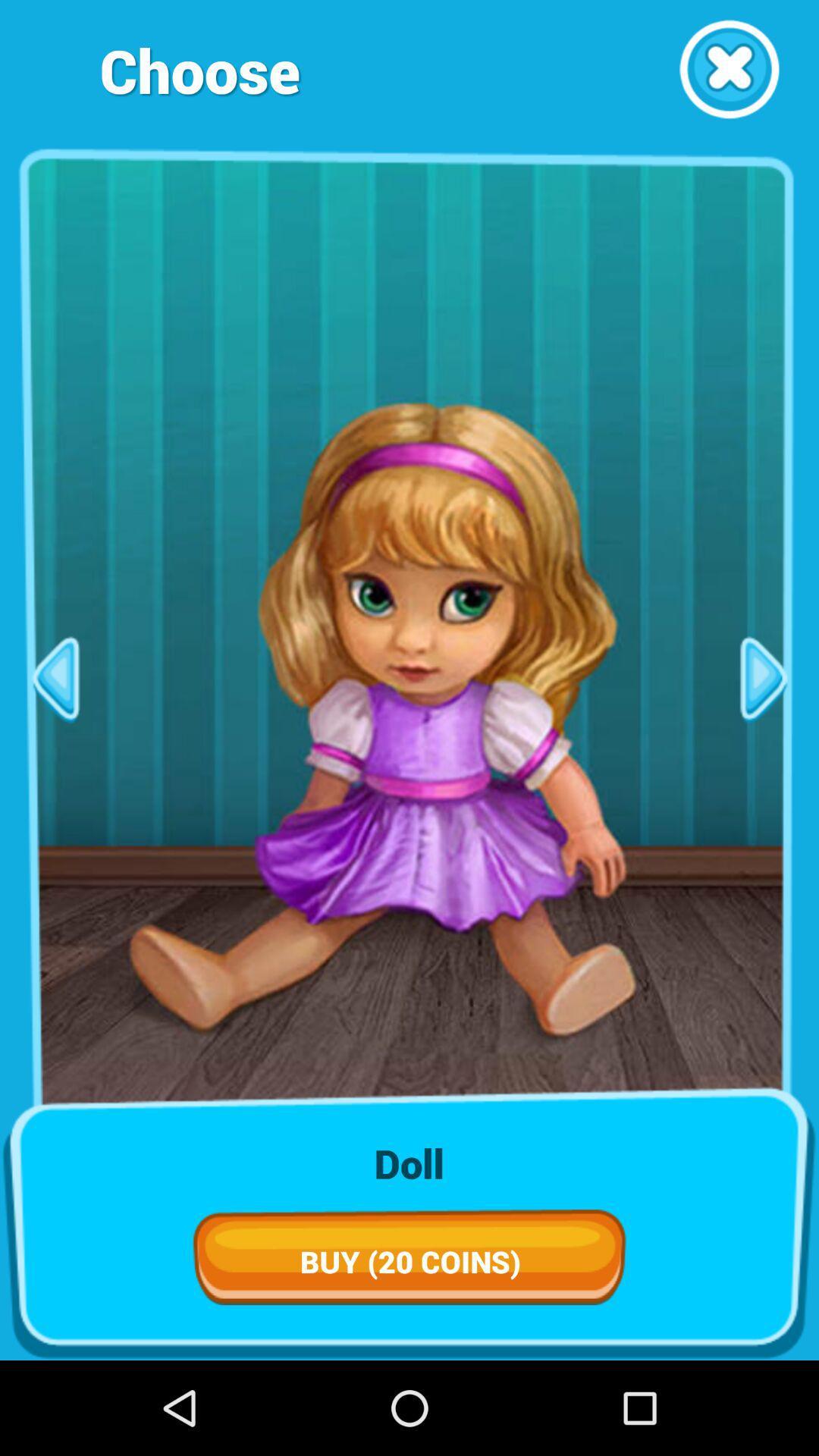 This screenshot has width=819, height=1456. What do you see at coordinates (728, 74) in the screenshot?
I see `the close icon` at bounding box center [728, 74].